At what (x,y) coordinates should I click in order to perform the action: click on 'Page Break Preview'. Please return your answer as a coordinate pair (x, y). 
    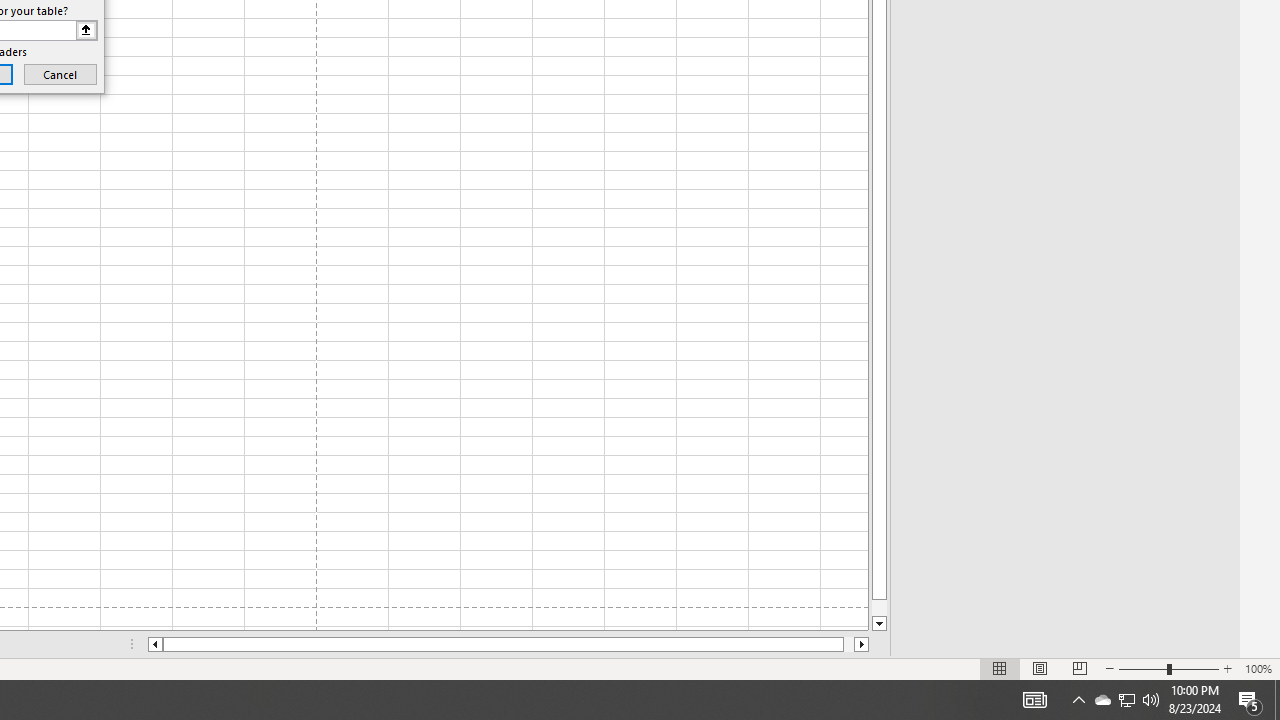
    Looking at the image, I should click on (1078, 669).